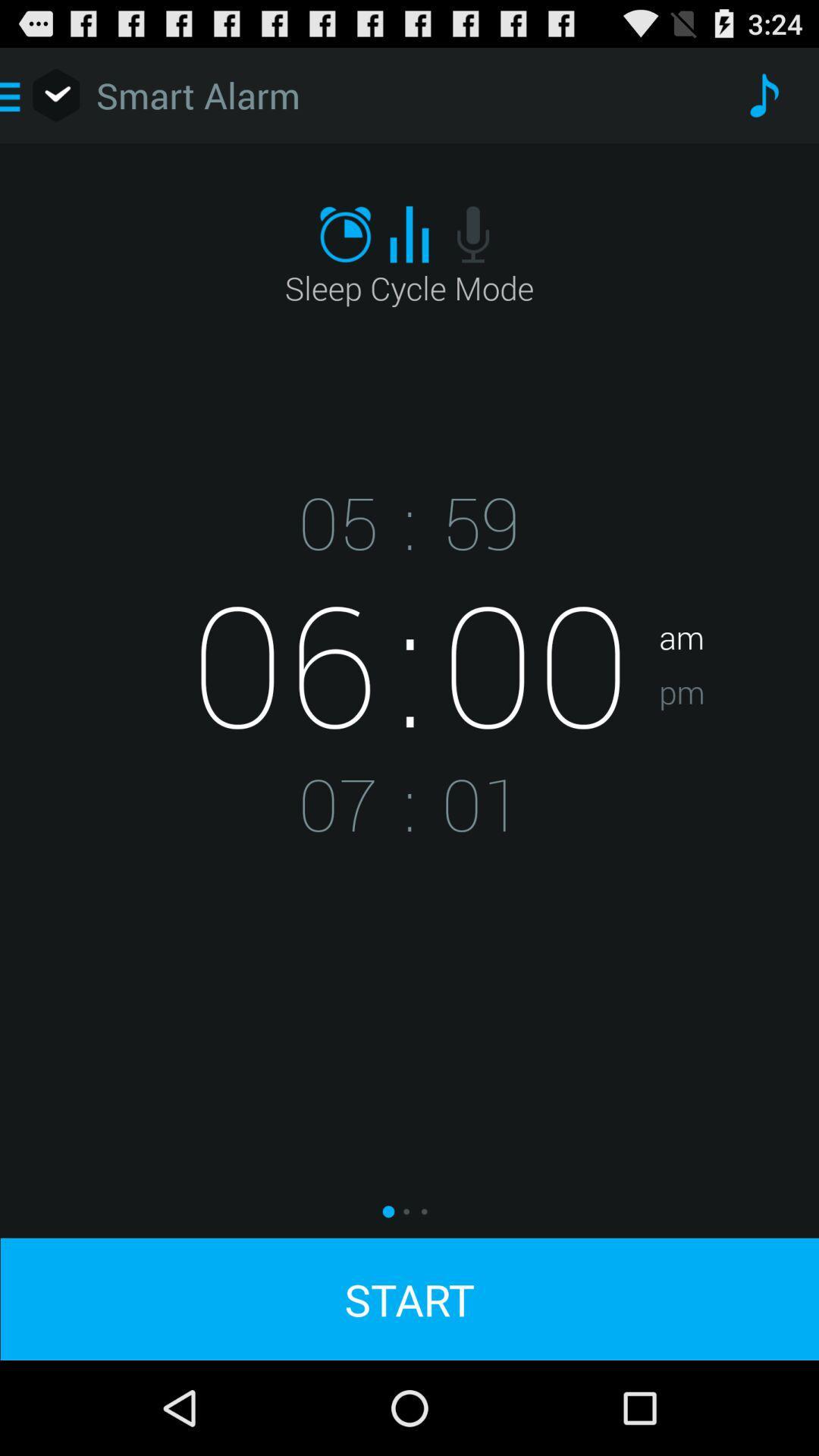 This screenshot has width=819, height=1456. What do you see at coordinates (738, 588) in the screenshot?
I see `the am icon` at bounding box center [738, 588].